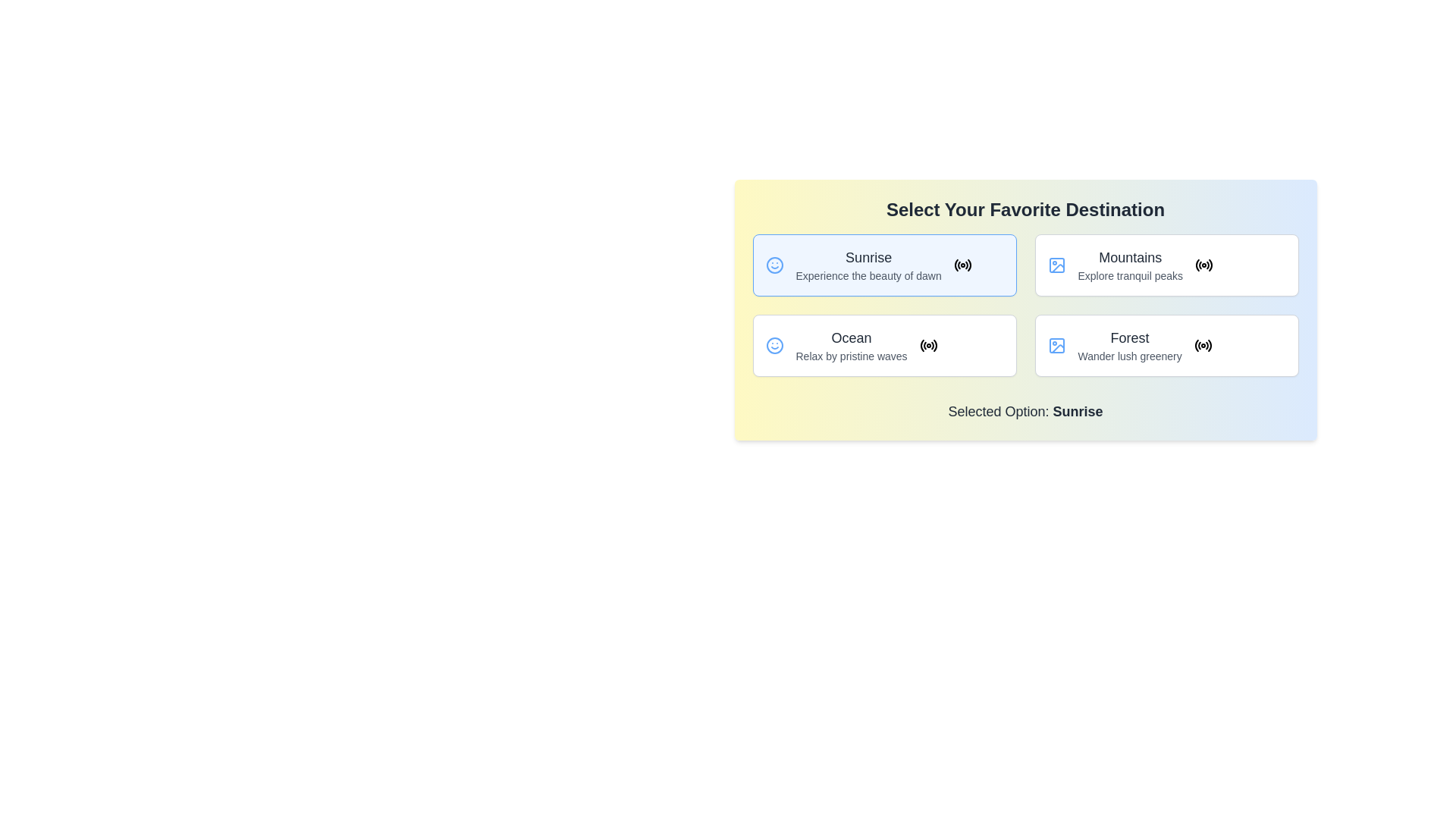 Image resolution: width=1456 pixels, height=819 pixels. I want to click on the text label reading 'Experience the beauty of dawn', which is positioned below the label 'Sunrise' within the top-left corner selection of a grid, so click(868, 275).